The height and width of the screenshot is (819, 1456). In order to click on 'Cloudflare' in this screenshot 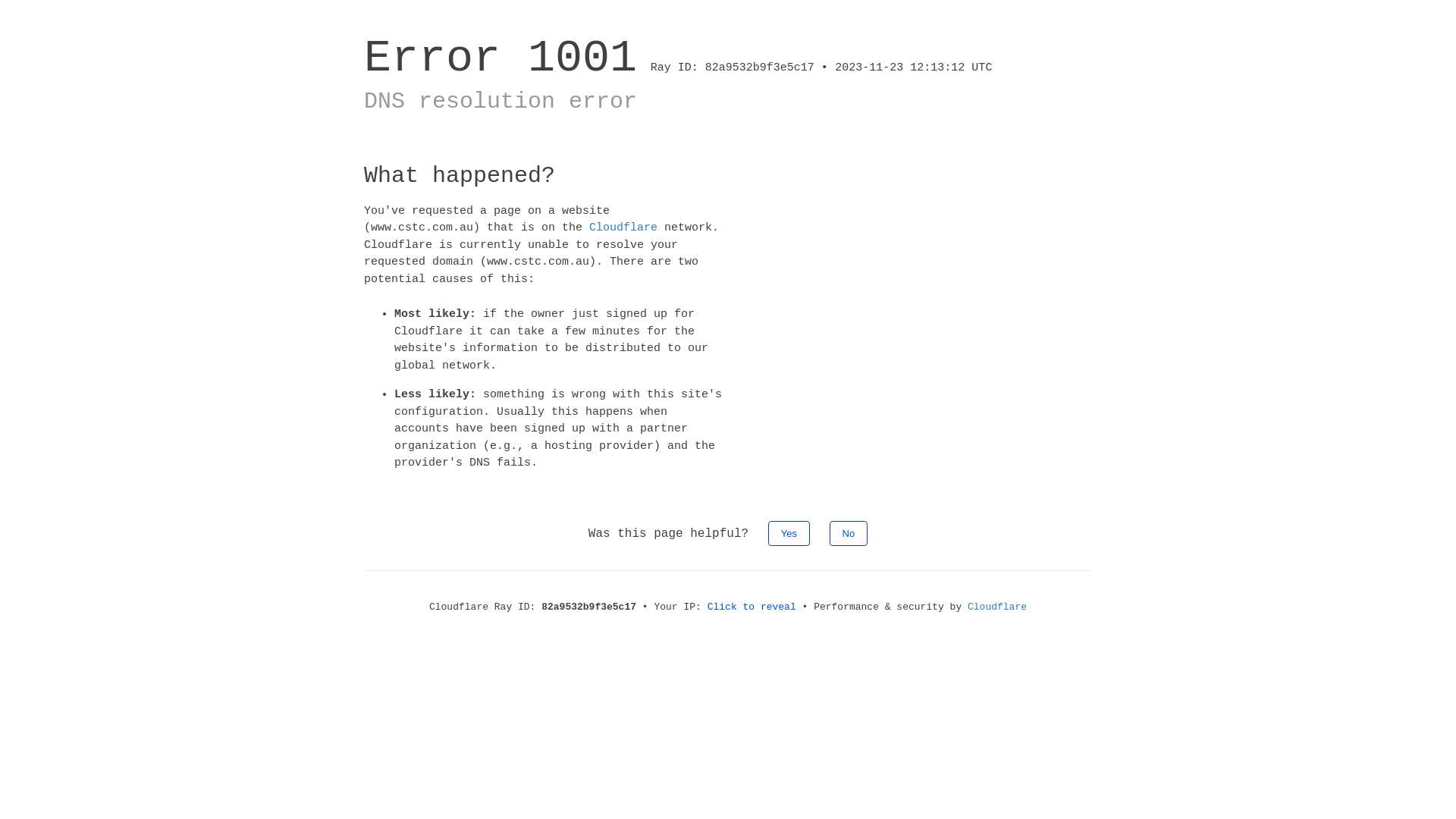, I will do `click(997, 605)`.